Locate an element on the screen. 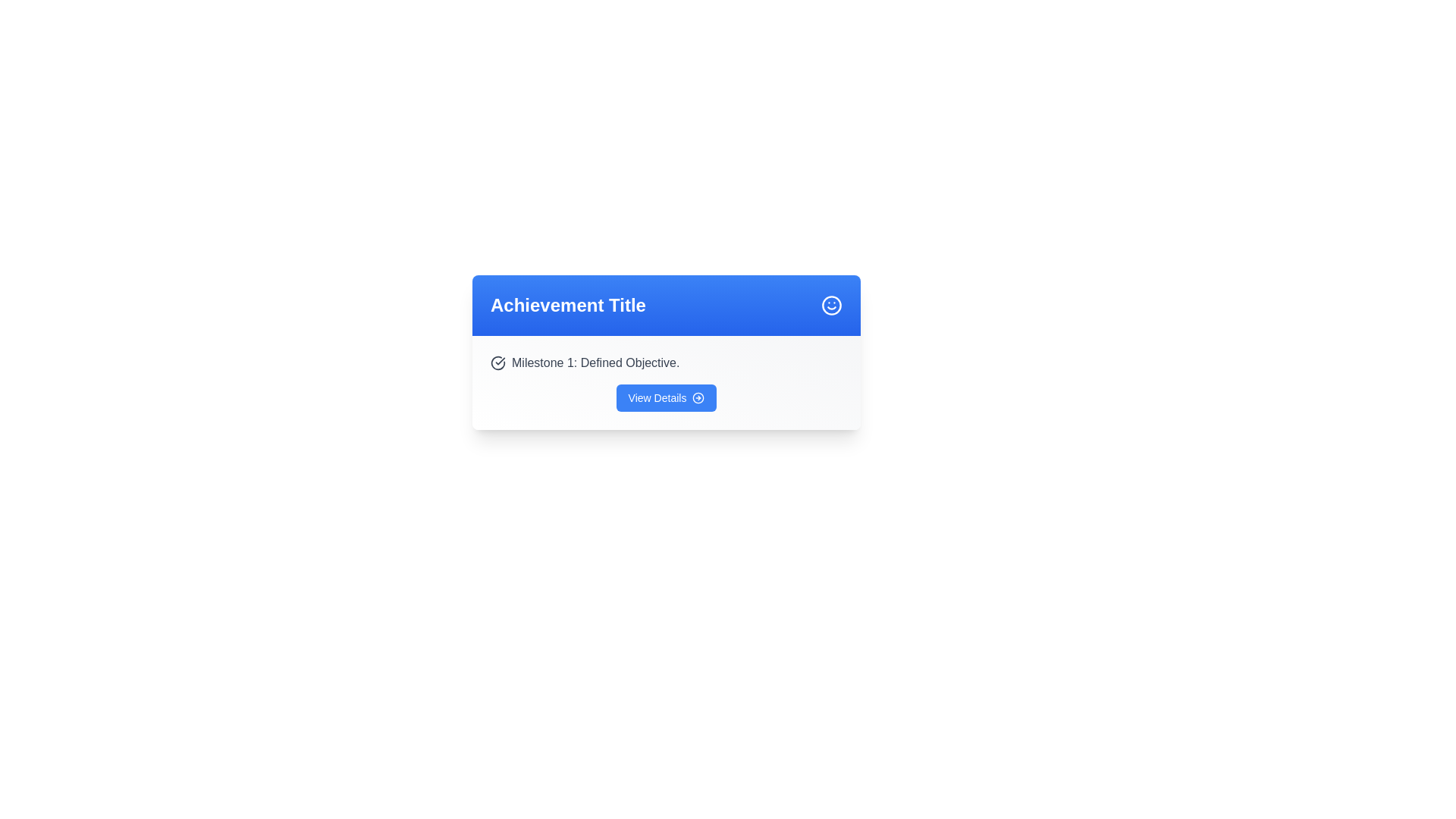 Image resolution: width=1456 pixels, height=819 pixels. the icon located at the far right of the 'View Details' button is located at coordinates (698, 397).